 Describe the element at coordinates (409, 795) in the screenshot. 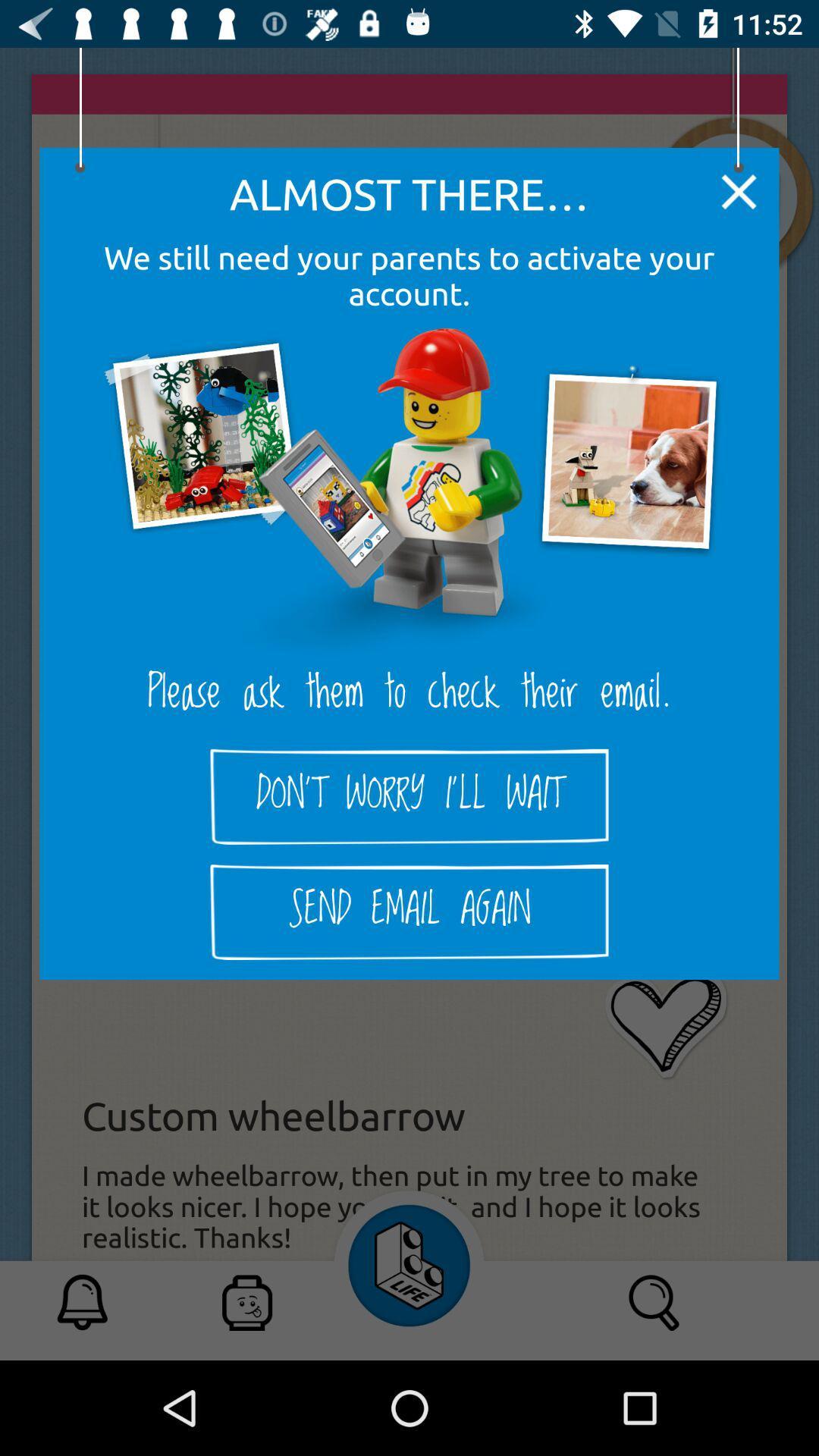

I see `don t worry` at that location.